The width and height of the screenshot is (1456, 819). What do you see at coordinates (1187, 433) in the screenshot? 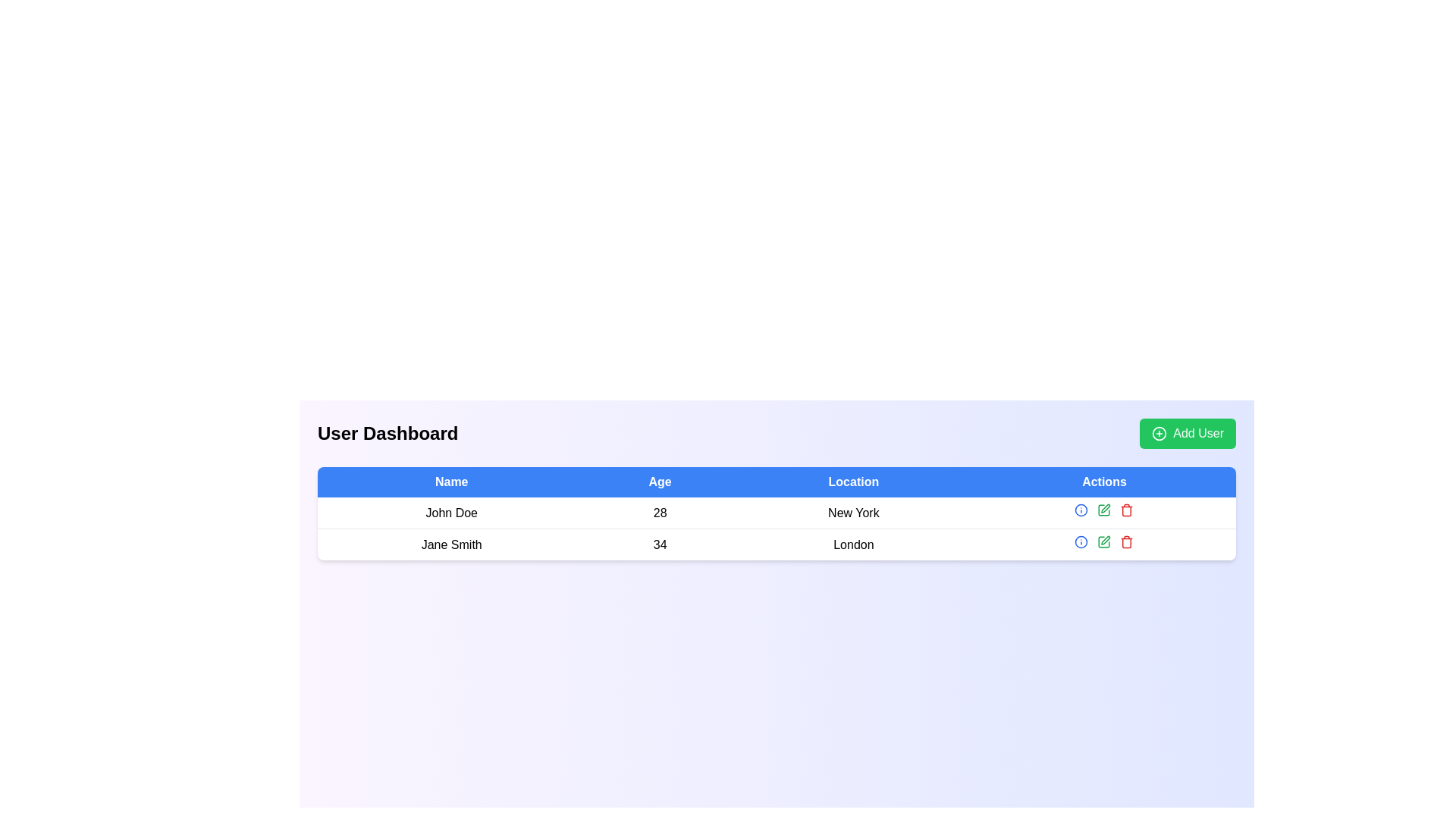
I see `the 'Add User' button located at the top-right corner of the section next to 'User Dashboard' to initiate the user addition process` at bounding box center [1187, 433].